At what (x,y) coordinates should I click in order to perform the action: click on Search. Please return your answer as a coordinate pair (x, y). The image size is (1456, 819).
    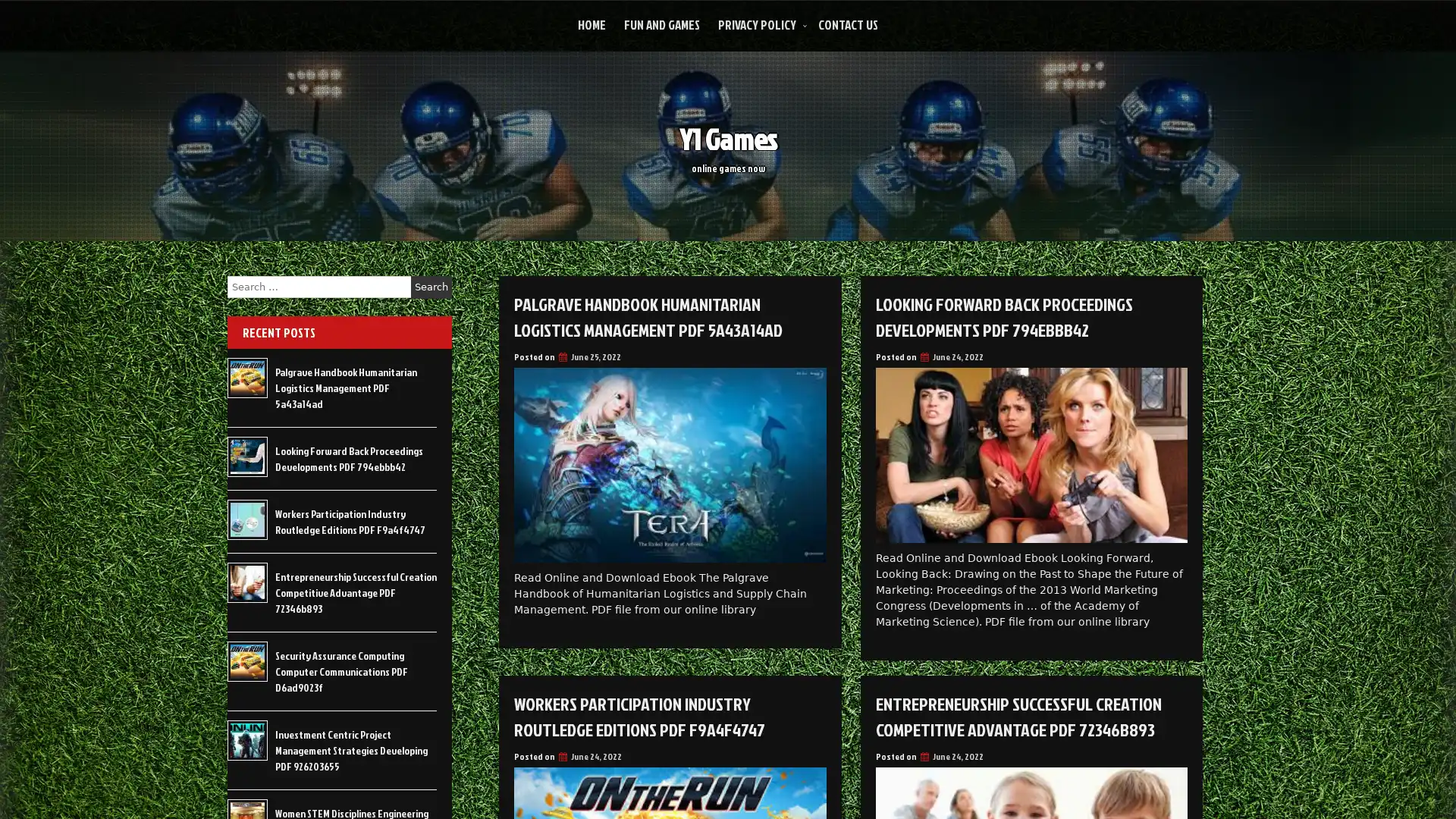
    Looking at the image, I should click on (431, 287).